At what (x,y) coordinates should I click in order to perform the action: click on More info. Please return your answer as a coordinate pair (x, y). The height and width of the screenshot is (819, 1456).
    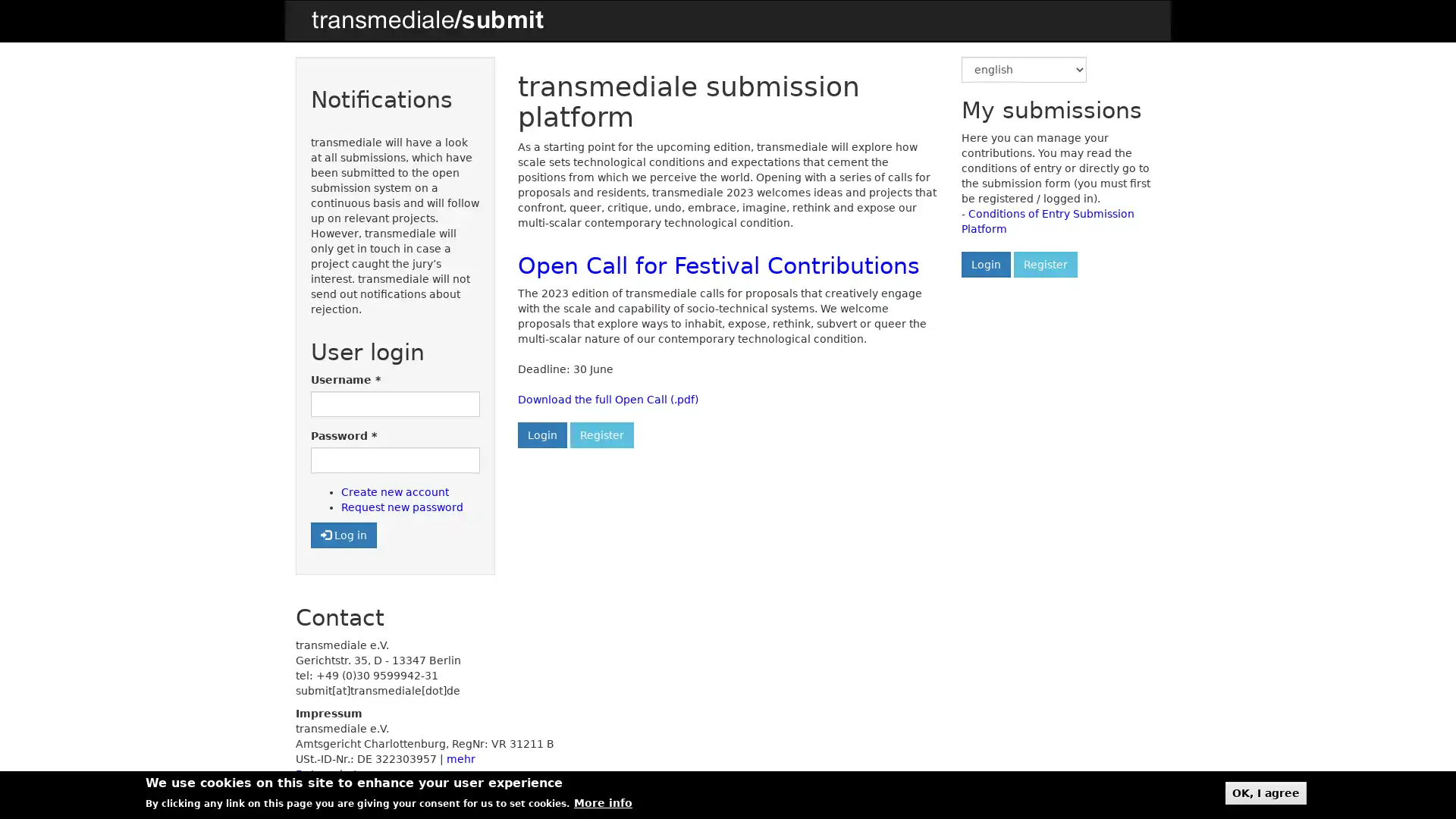
    Looking at the image, I should click on (602, 802).